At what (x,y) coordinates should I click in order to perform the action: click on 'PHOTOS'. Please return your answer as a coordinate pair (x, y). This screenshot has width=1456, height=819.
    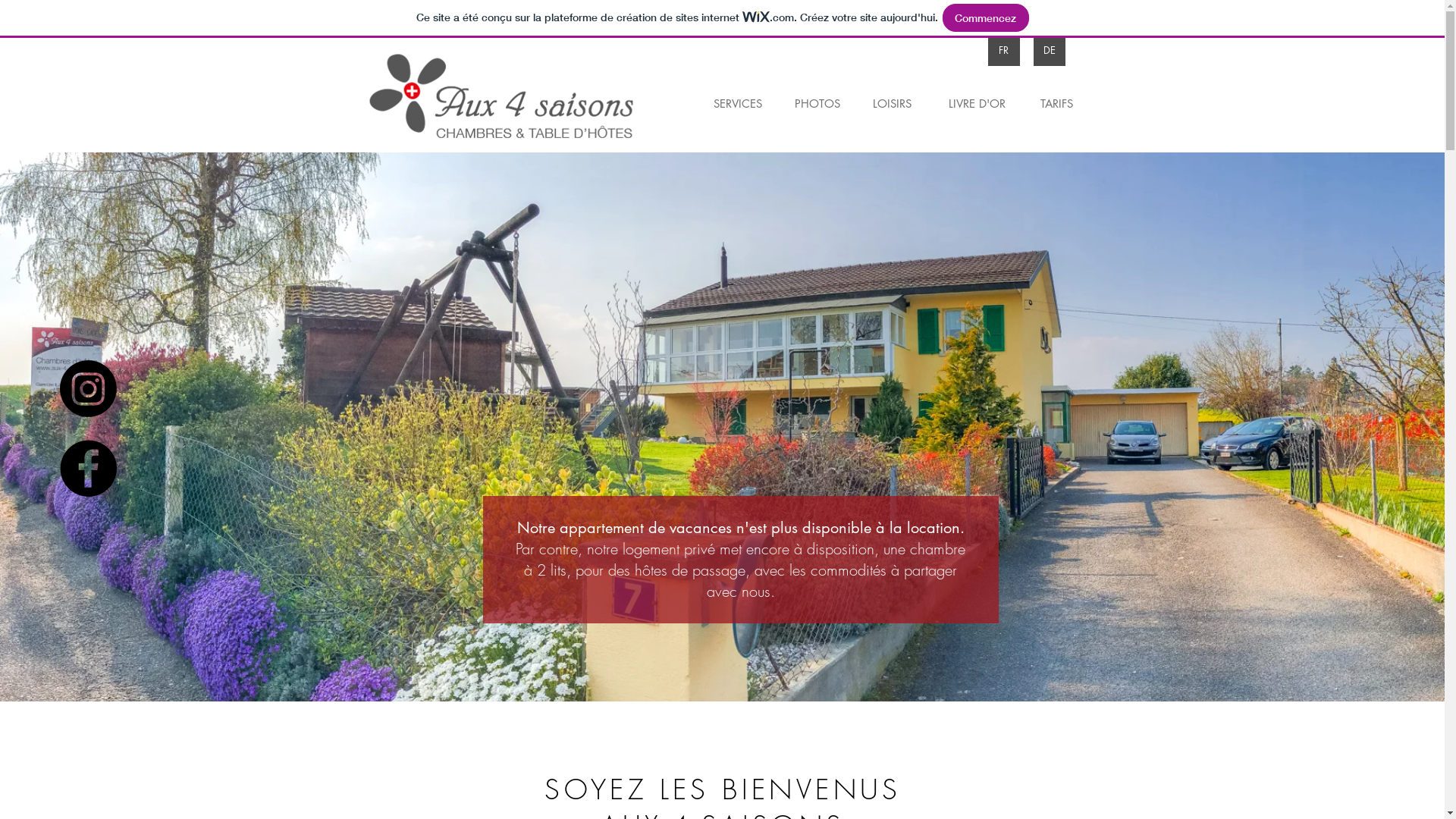
    Looking at the image, I should click on (781, 102).